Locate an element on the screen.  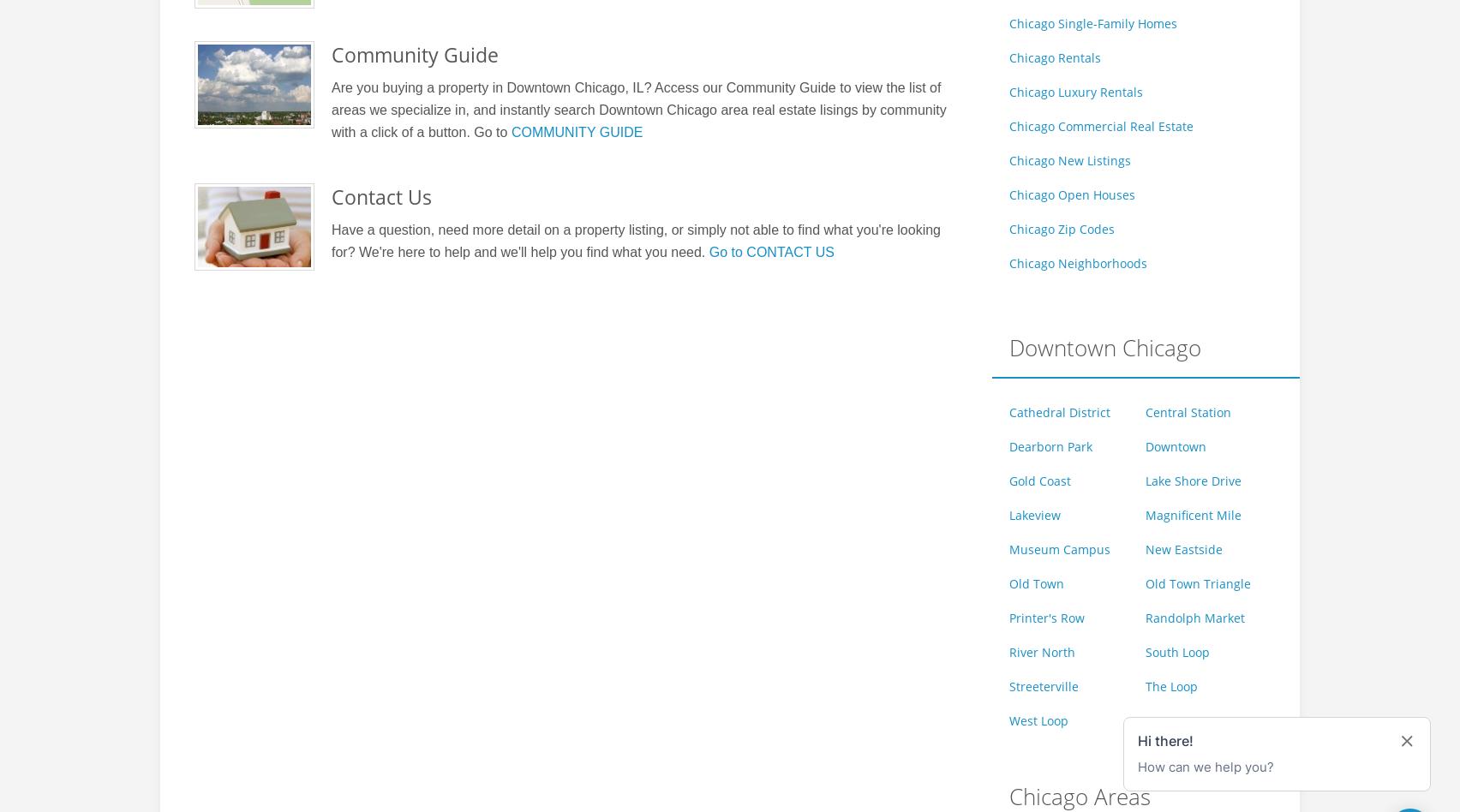
'Are you buying a property in Downtown Chicago, IL? Access our Community Guide to view the list of areas we specialize in, and instantly search Downtown Chicago area real estate lisings by community with a click of a button. Go to' is located at coordinates (330, 108).